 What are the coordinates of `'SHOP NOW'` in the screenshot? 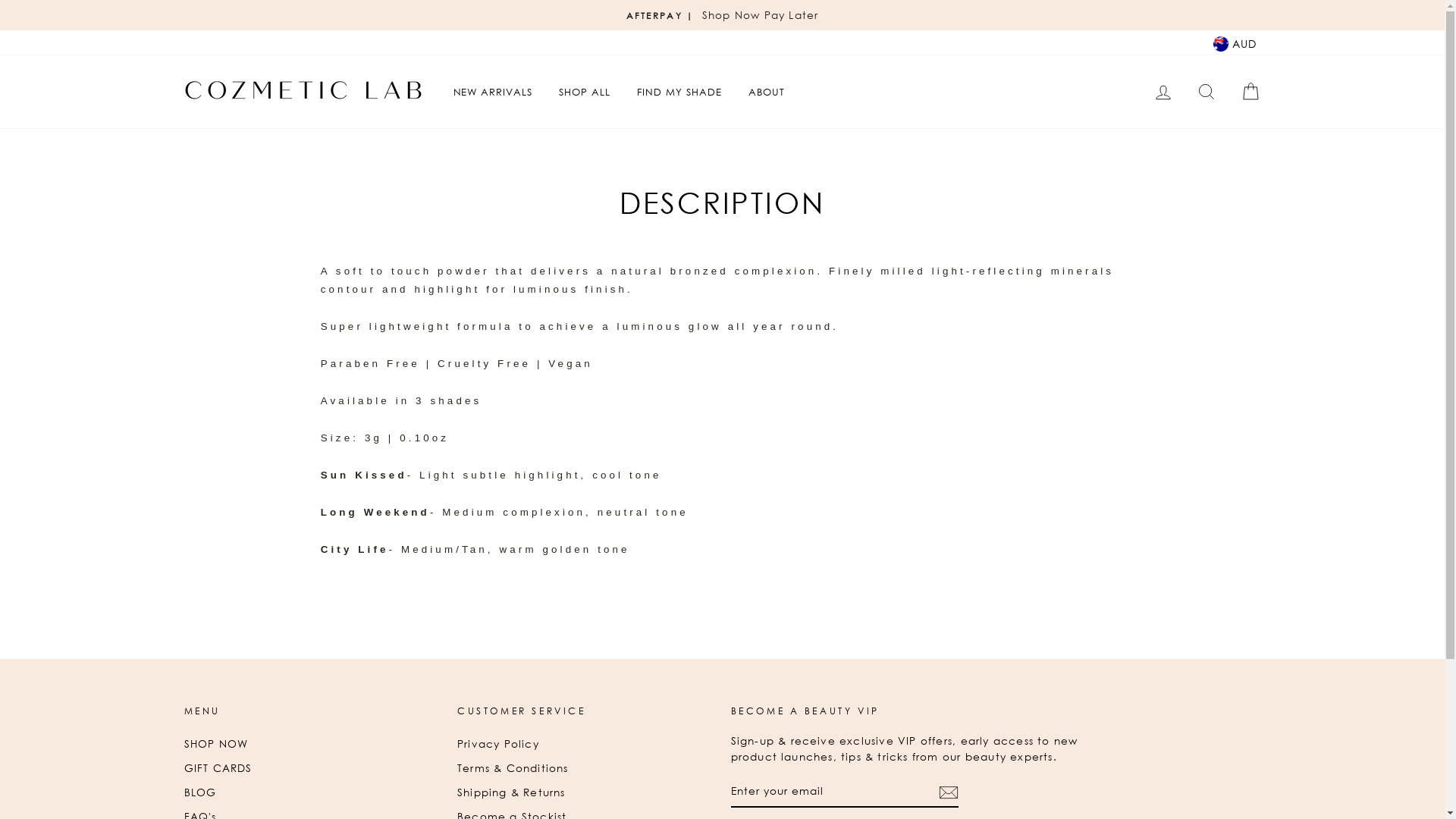 It's located at (215, 742).